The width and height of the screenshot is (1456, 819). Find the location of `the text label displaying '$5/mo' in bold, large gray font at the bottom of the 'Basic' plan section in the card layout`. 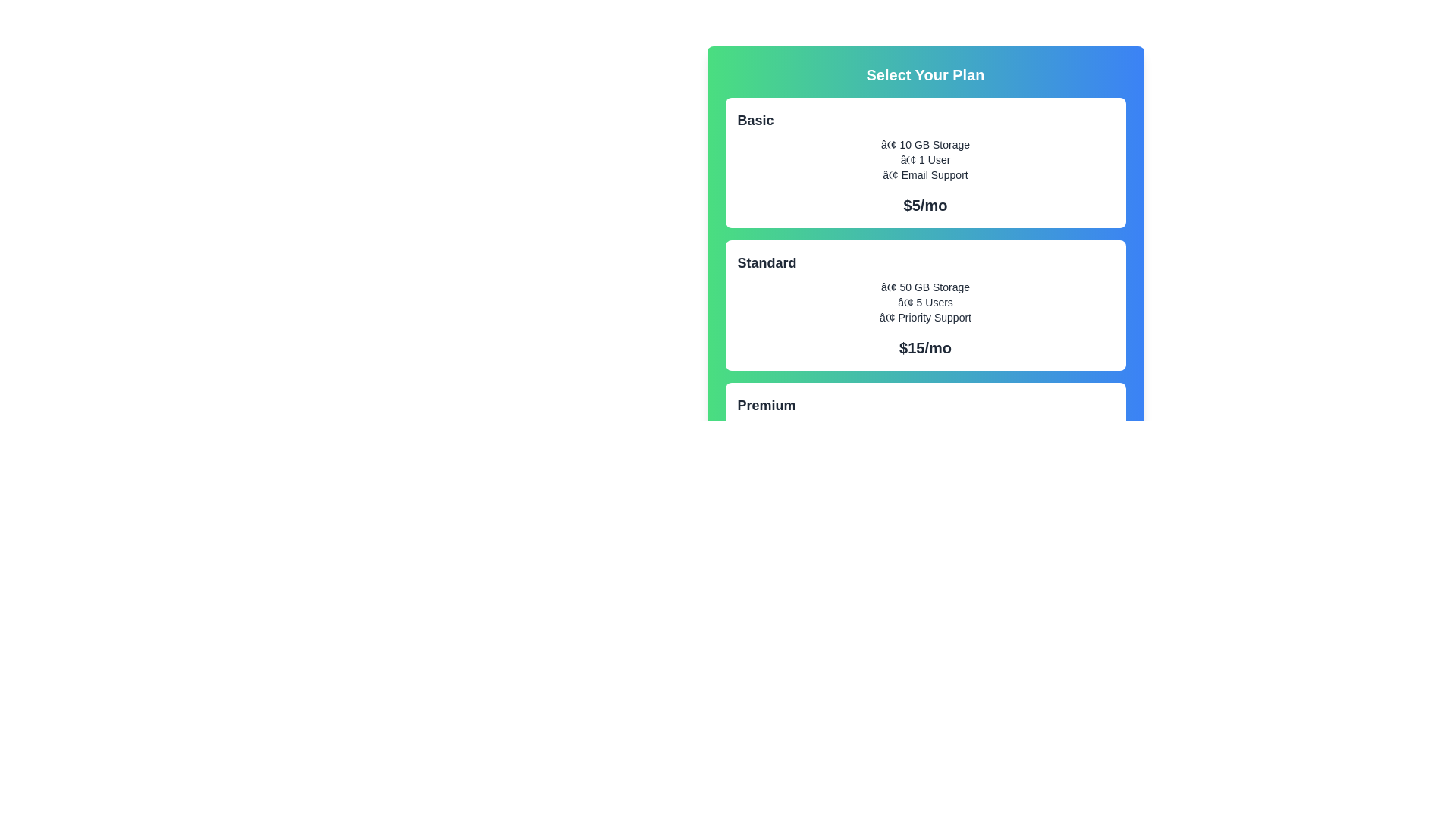

the text label displaying '$5/mo' in bold, large gray font at the bottom of the 'Basic' plan section in the card layout is located at coordinates (924, 205).